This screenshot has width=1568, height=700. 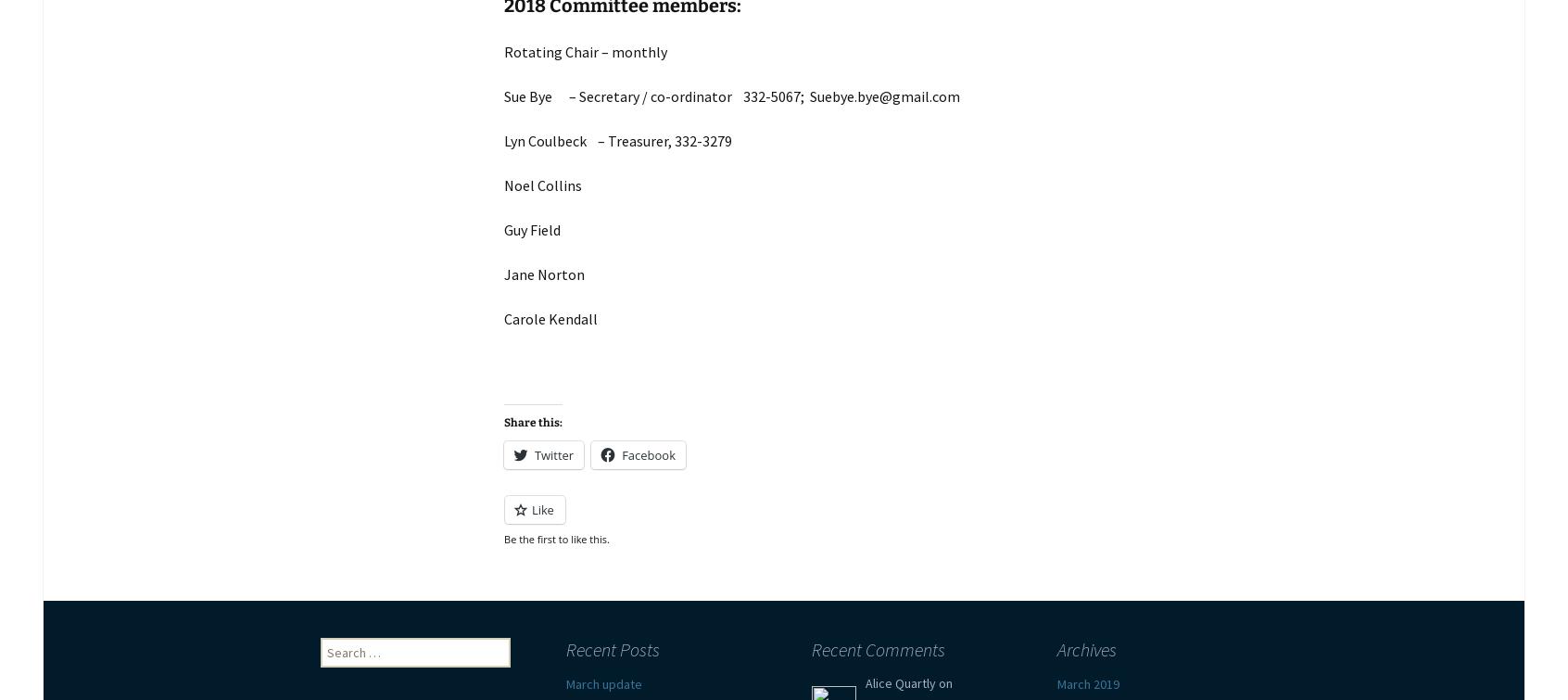 What do you see at coordinates (879, 647) in the screenshot?
I see `'Recent Comments'` at bounding box center [879, 647].